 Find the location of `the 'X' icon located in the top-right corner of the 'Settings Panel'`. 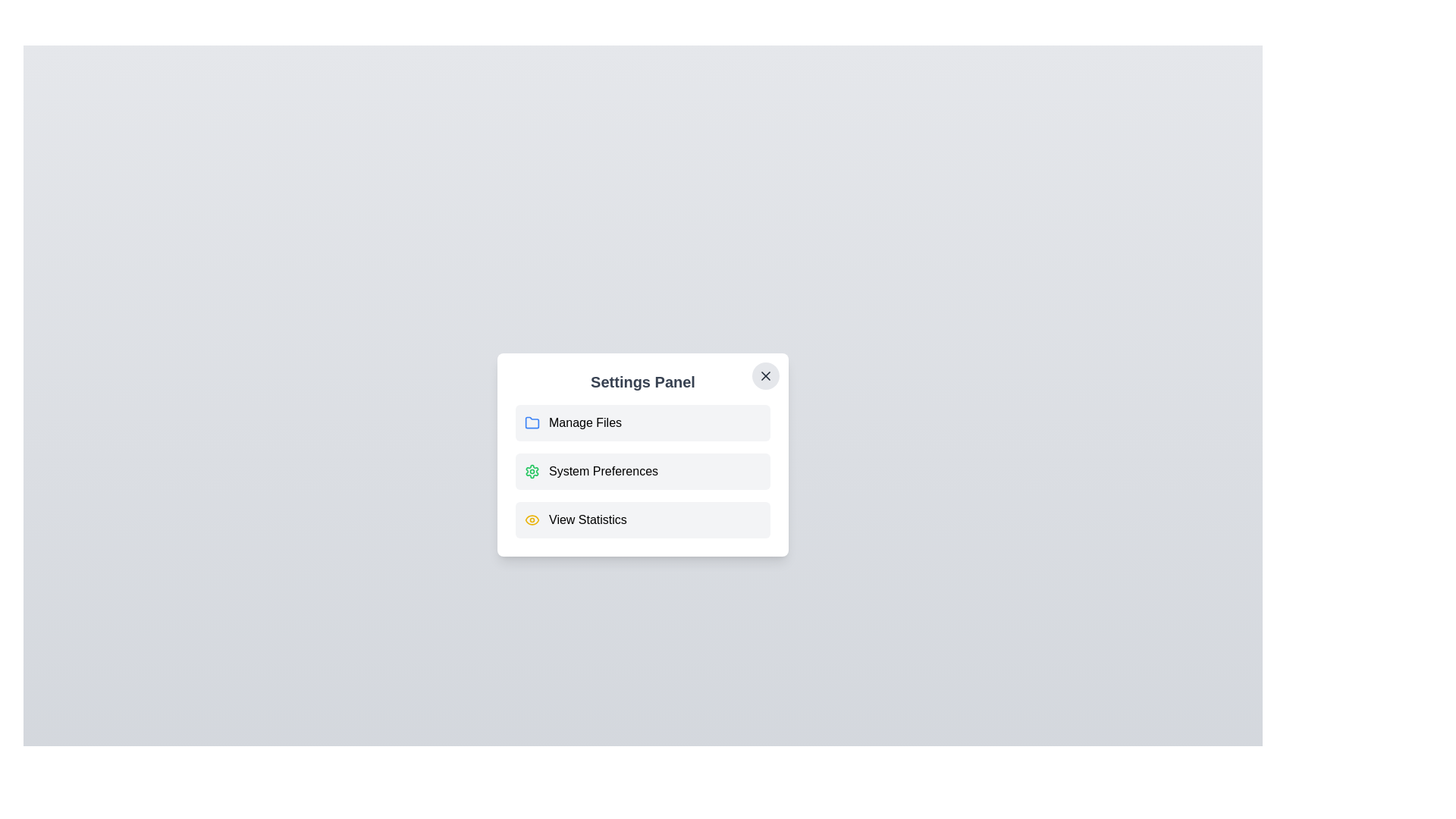

the 'X' icon located in the top-right corner of the 'Settings Panel' is located at coordinates (765, 375).